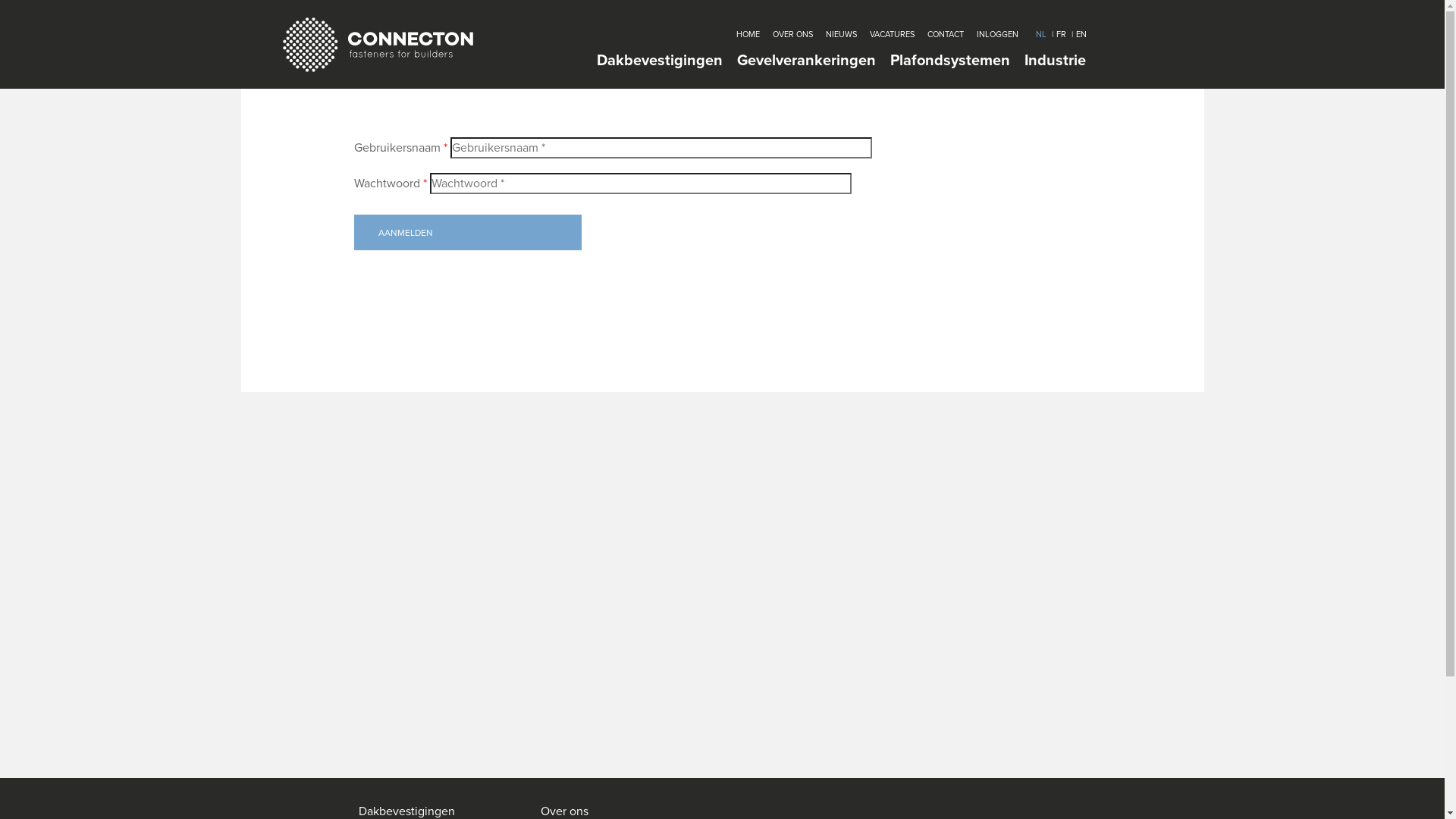 This screenshot has width=1456, height=819. What do you see at coordinates (1080, 34) in the screenshot?
I see `'EN'` at bounding box center [1080, 34].